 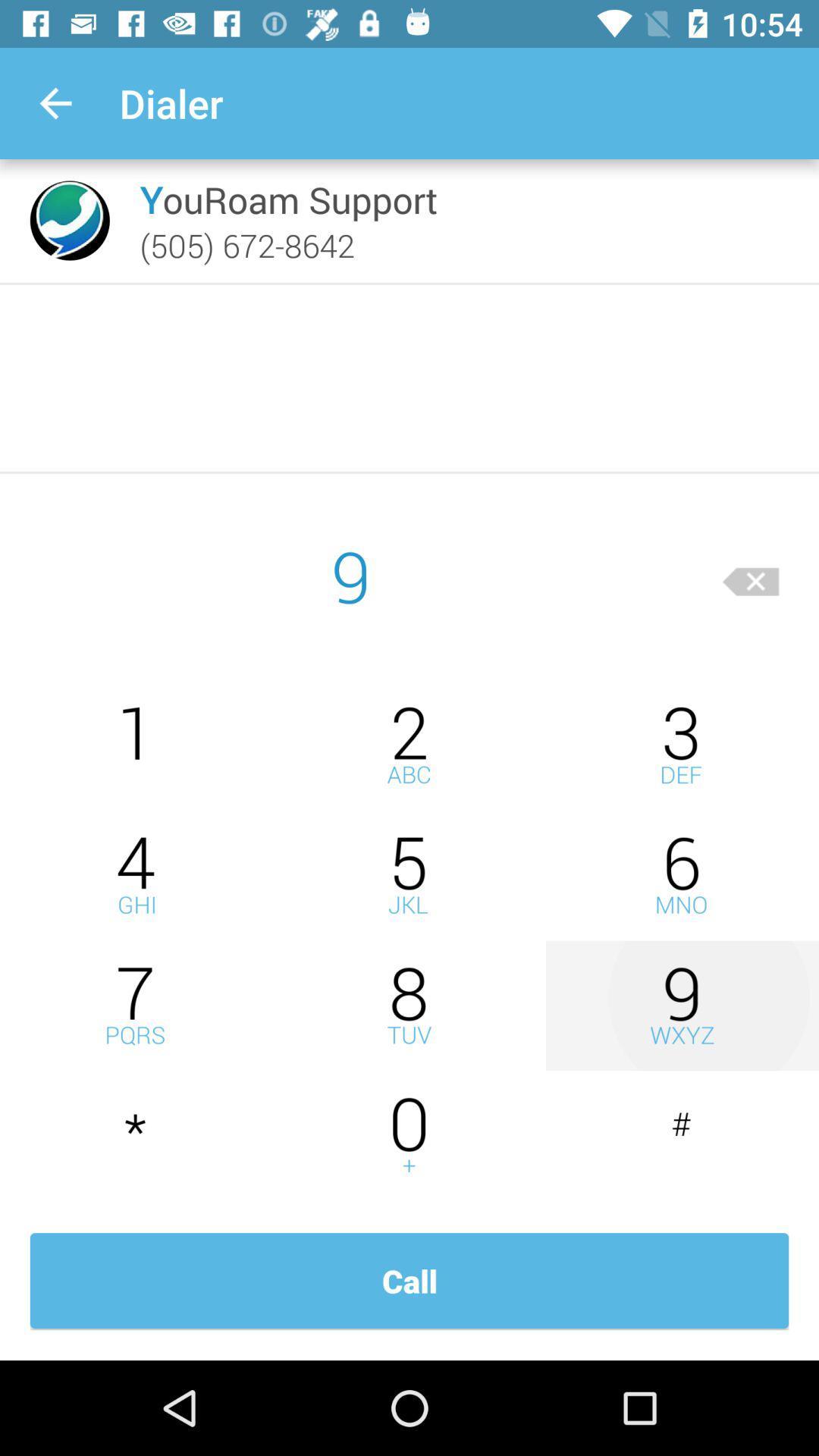 I want to click on delete character, so click(x=751, y=575).